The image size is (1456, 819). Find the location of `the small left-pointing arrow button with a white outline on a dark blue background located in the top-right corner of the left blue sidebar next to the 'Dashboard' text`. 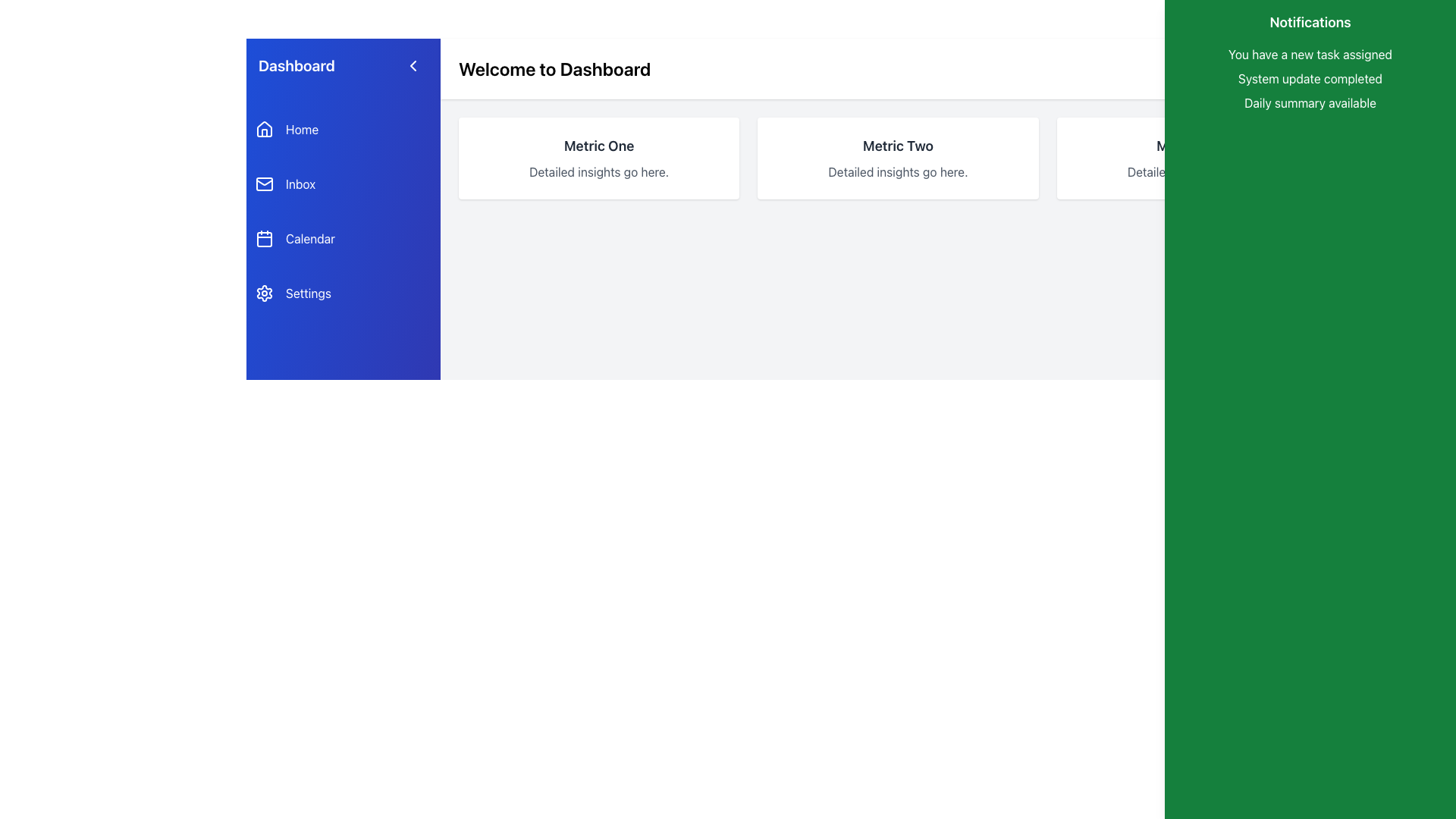

the small left-pointing arrow button with a white outline on a dark blue background located in the top-right corner of the left blue sidebar next to the 'Dashboard' text is located at coordinates (413, 65).